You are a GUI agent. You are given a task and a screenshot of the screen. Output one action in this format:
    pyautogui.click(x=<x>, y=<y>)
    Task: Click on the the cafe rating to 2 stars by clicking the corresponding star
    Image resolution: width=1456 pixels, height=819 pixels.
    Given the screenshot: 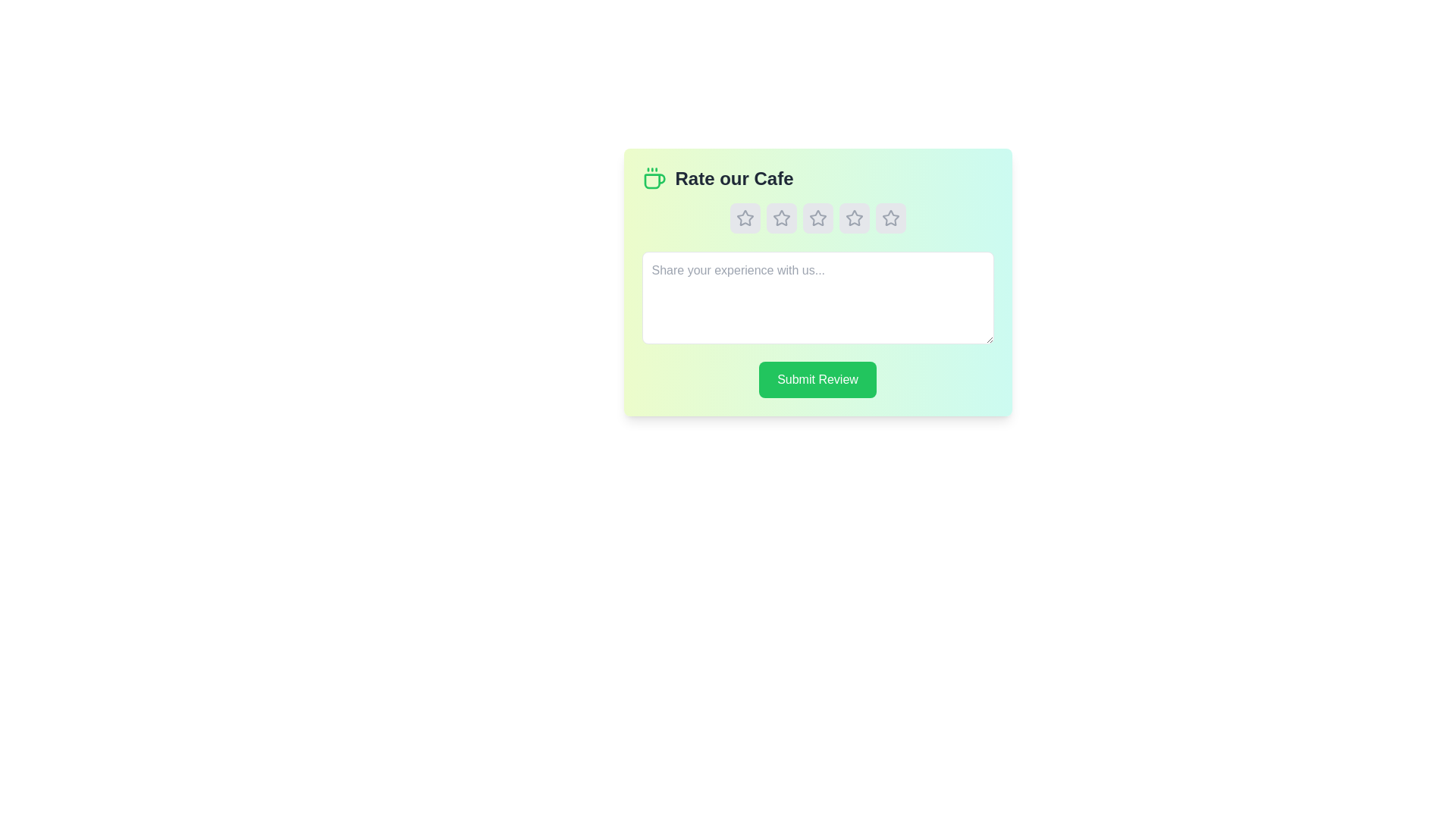 What is the action you would take?
    pyautogui.click(x=781, y=218)
    